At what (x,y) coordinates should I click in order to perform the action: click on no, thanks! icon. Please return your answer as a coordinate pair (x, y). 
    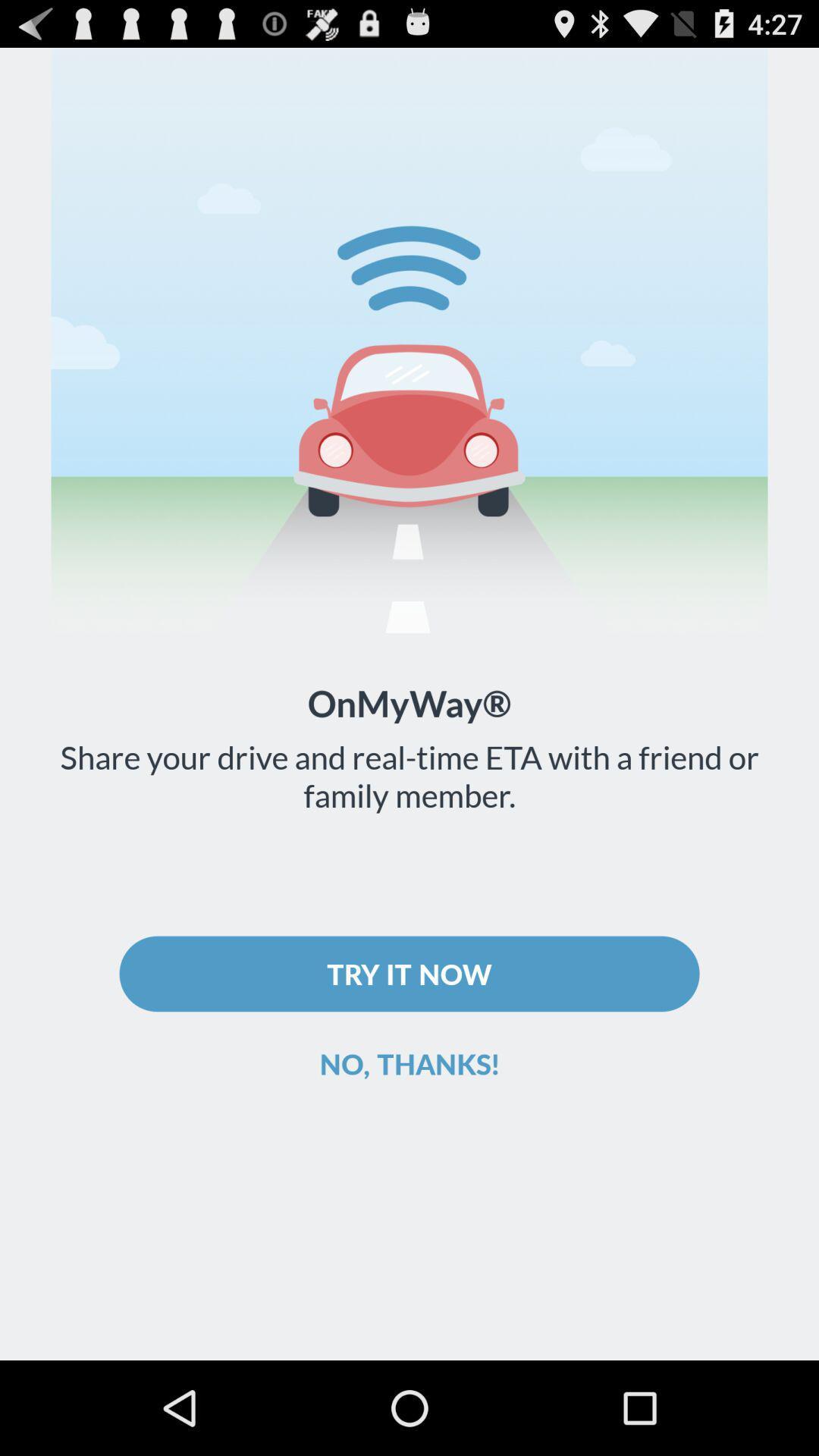
    Looking at the image, I should click on (409, 1062).